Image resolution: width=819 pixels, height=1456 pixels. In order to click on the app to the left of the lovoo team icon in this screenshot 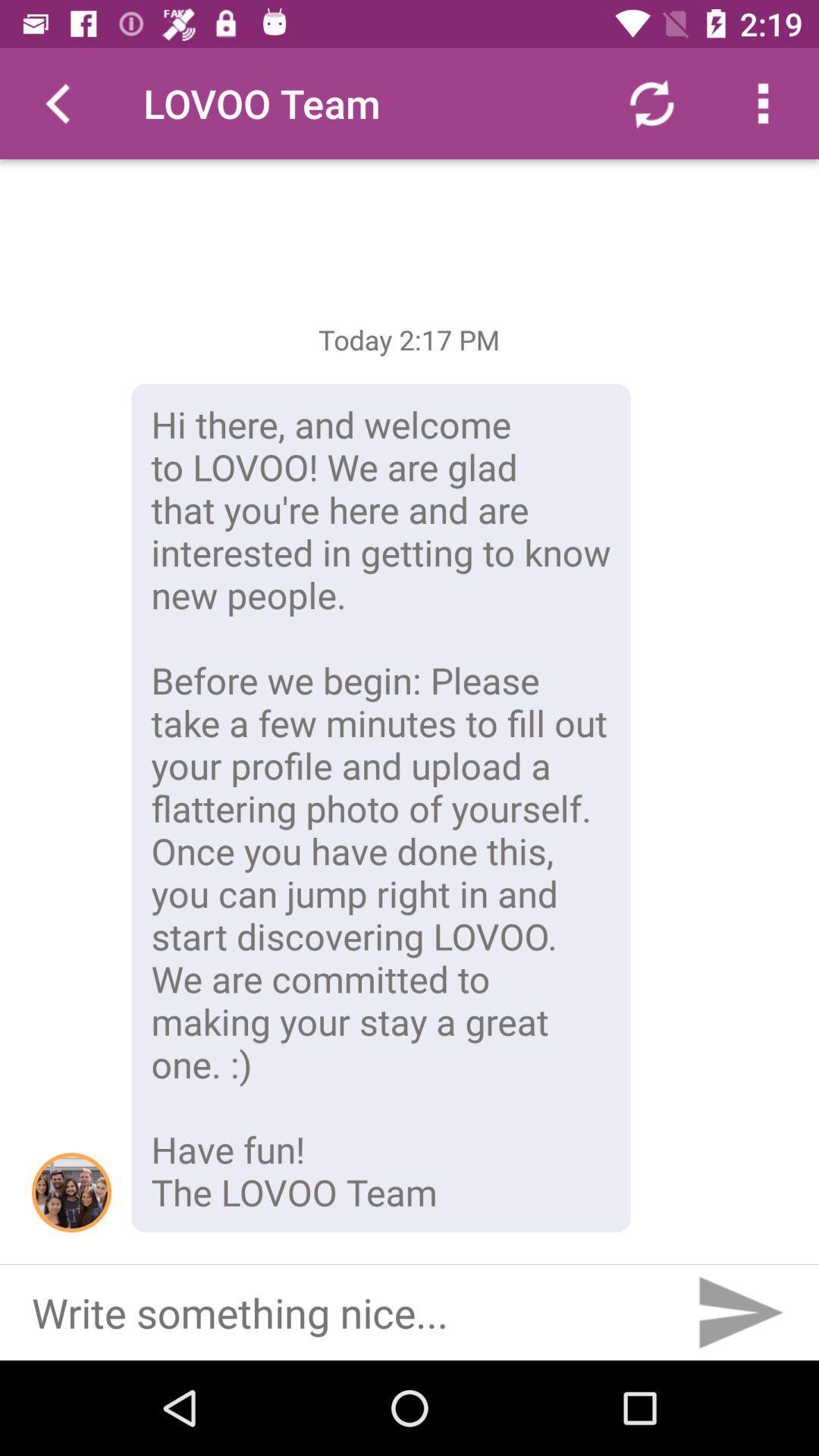, I will do `click(55, 102)`.